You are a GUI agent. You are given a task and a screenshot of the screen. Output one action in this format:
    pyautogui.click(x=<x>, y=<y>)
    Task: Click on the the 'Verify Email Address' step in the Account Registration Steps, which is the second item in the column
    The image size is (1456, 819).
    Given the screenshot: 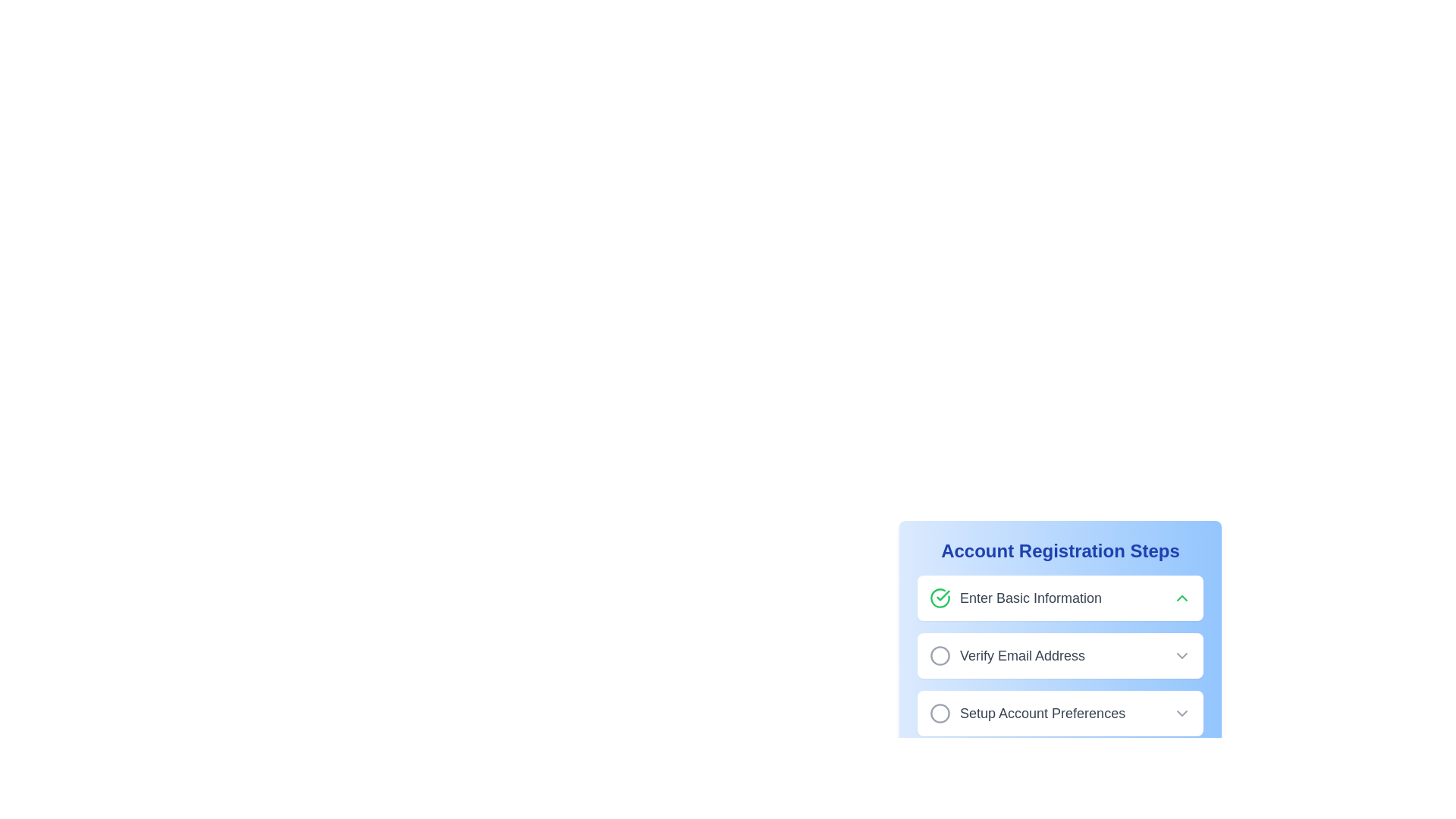 What is the action you would take?
    pyautogui.click(x=1007, y=654)
    